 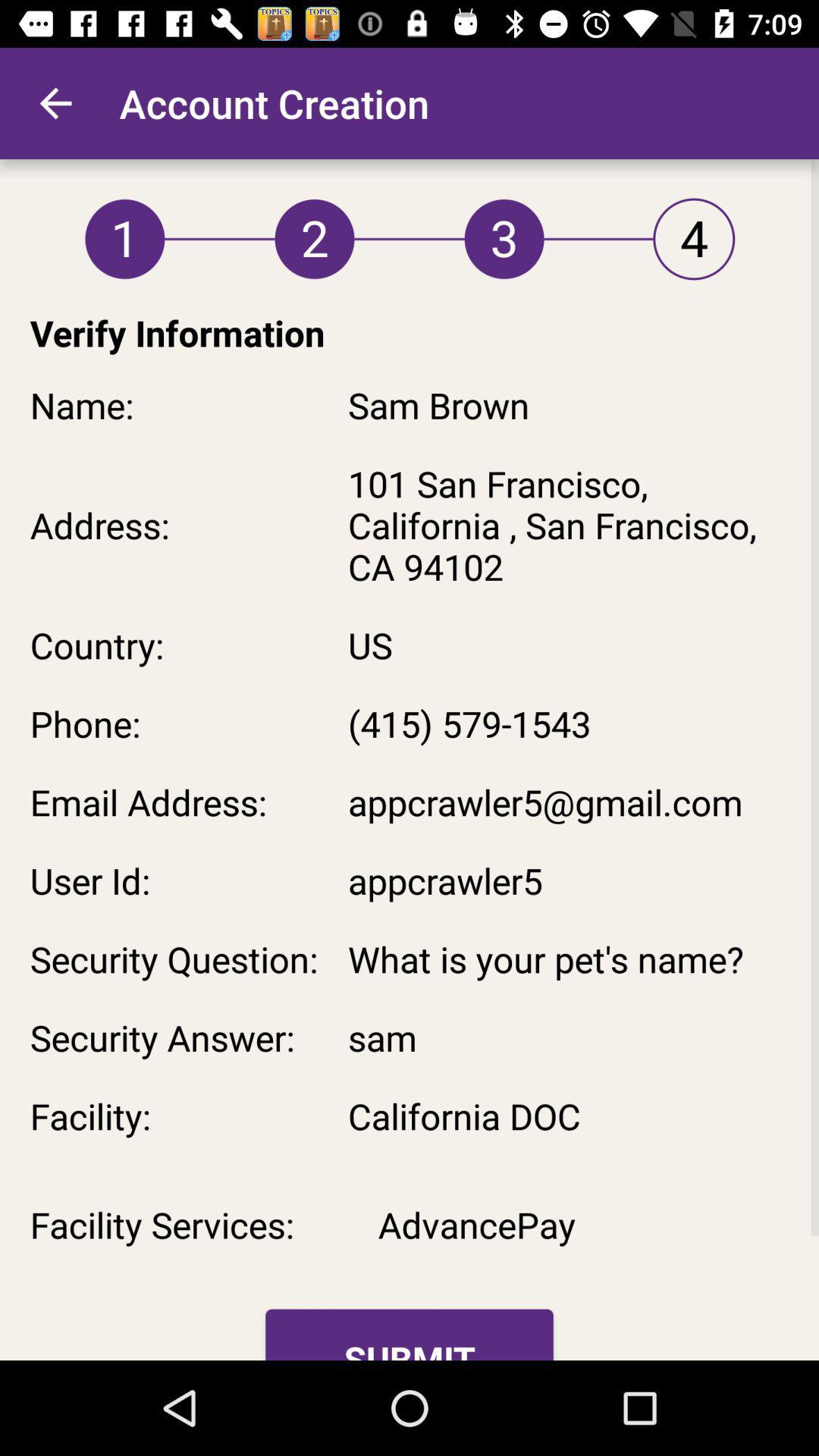 What do you see at coordinates (55, 102) in the screenshot?
I see `the app to the left of the account creation app` at bounding box center [55, 102].